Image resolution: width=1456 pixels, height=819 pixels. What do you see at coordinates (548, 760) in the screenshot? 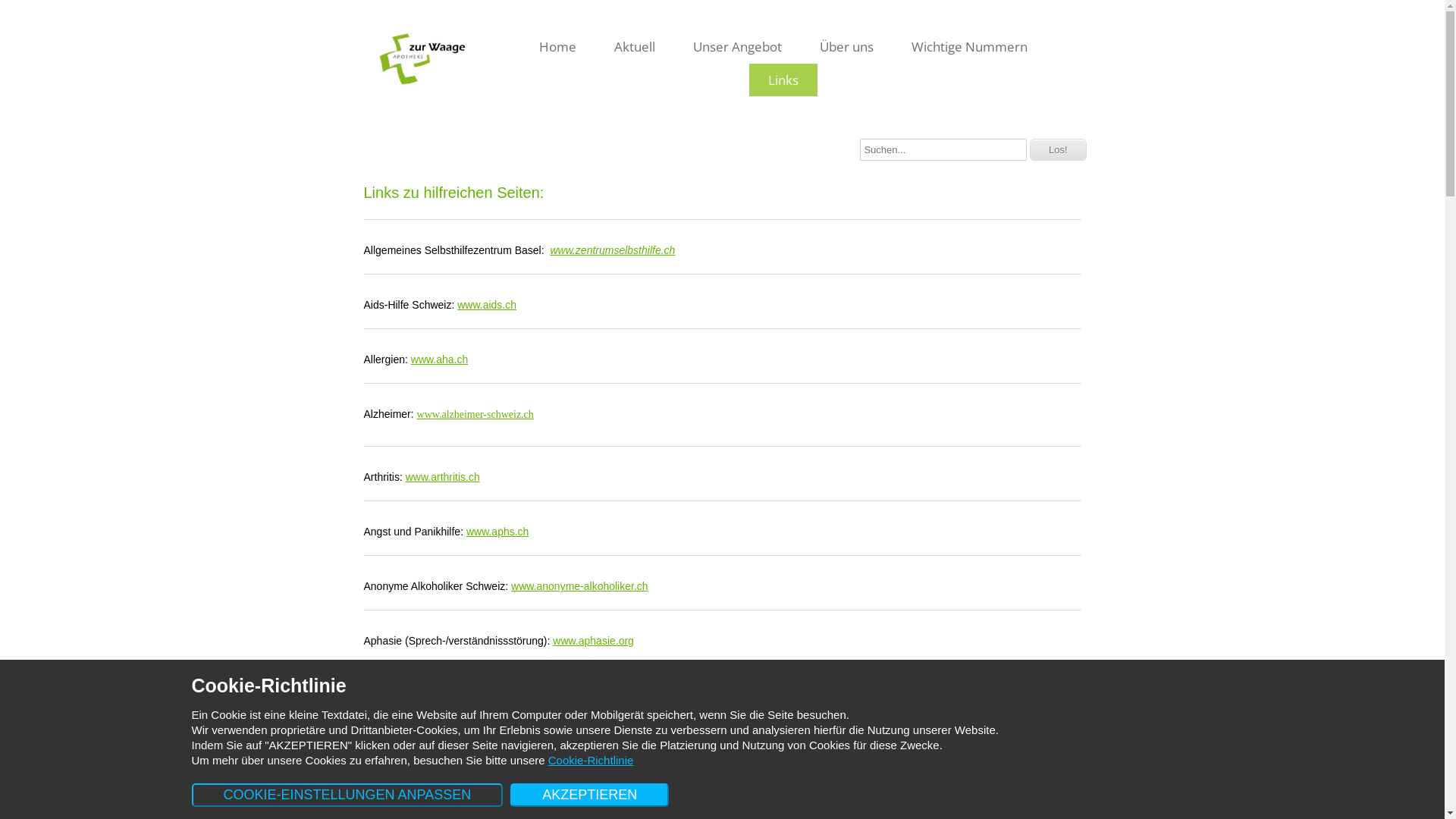
I see `'Cookie-Richtlinie'` at bounding box center [548, 760].